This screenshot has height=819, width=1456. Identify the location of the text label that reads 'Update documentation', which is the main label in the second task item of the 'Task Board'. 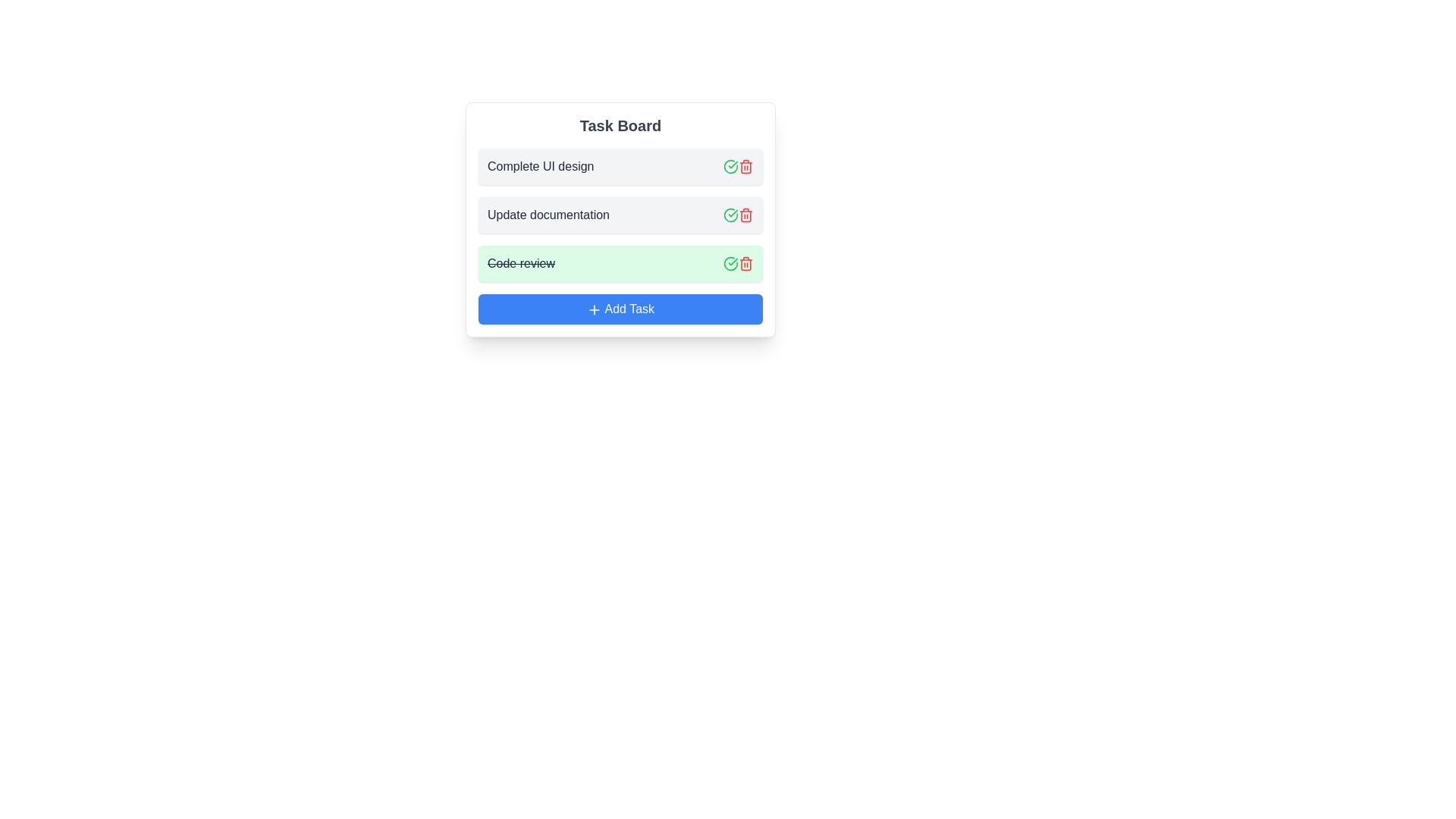
(604, 215).